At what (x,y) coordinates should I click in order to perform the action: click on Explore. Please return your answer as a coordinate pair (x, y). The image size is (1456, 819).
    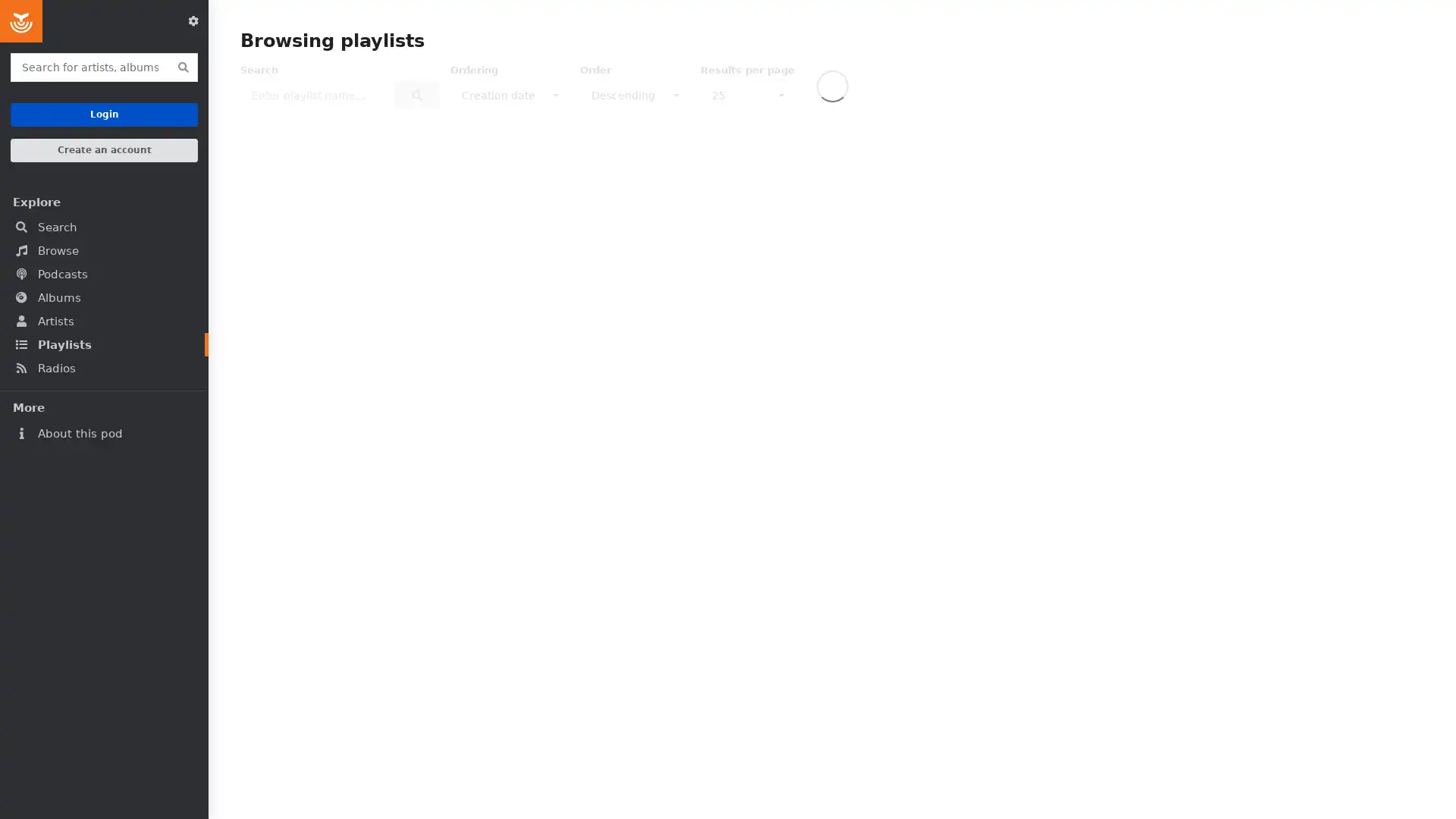
    Looking at the image, I should click on (103, 201).